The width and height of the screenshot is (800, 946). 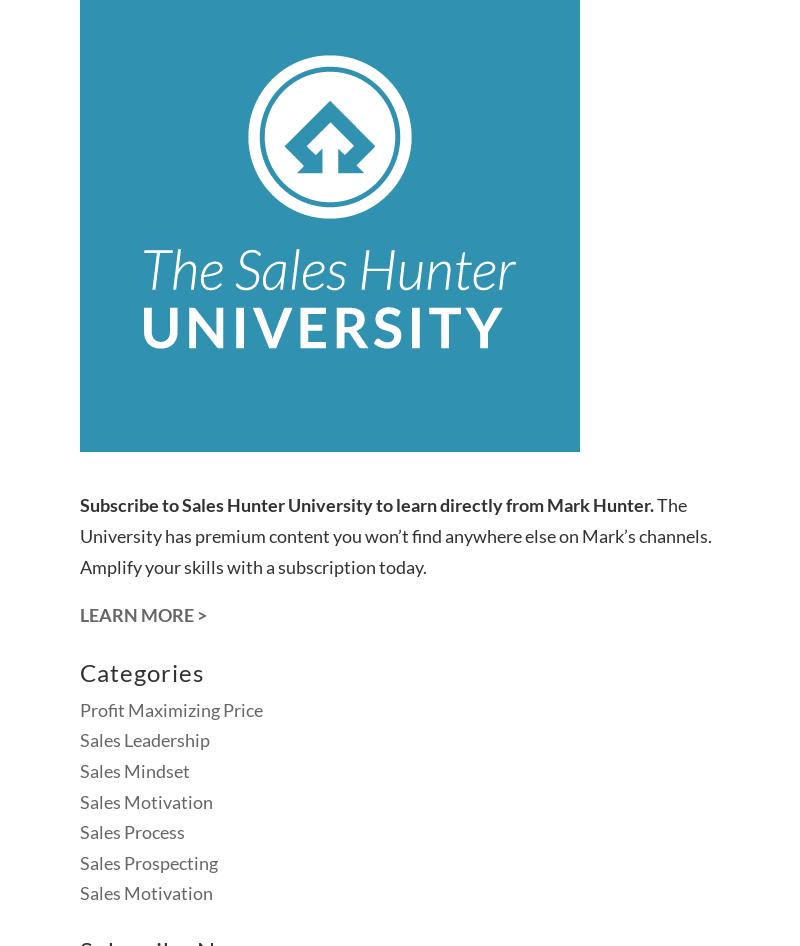 What do you see at coordinates (170, 709) in the screenshot?
I see `'Profit Maximizing Price'` at bounding box center [170, 709].